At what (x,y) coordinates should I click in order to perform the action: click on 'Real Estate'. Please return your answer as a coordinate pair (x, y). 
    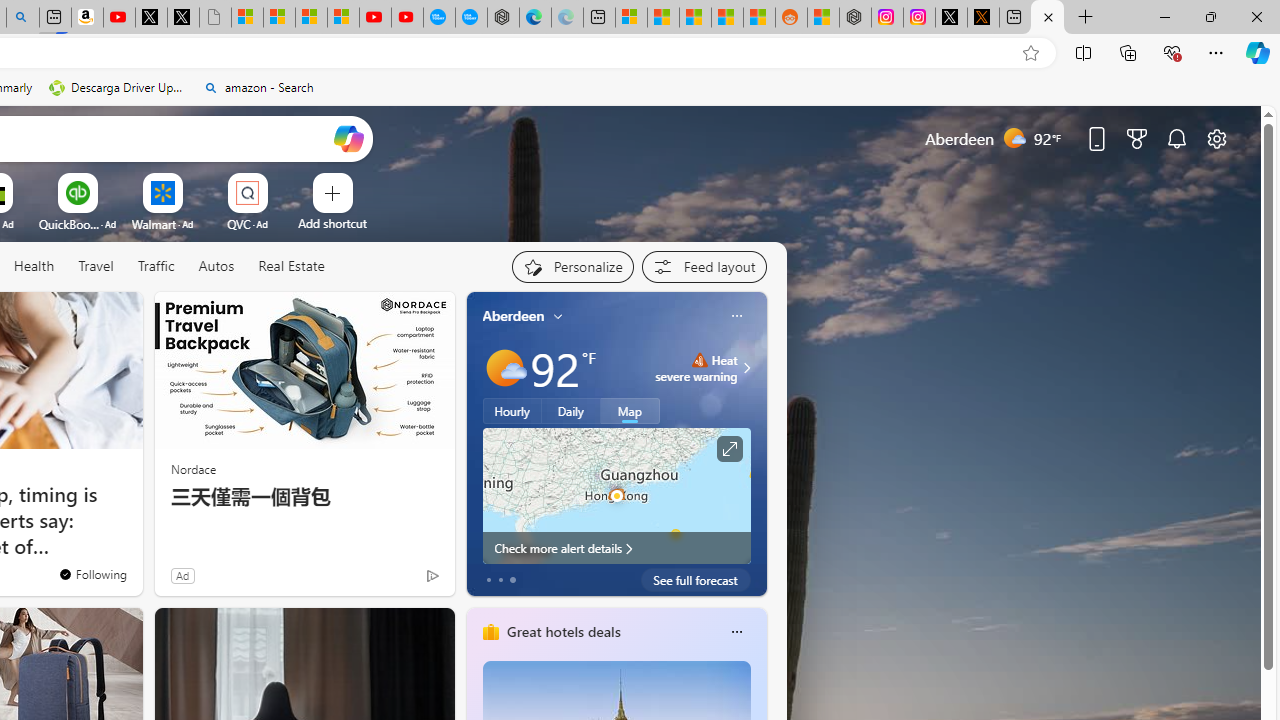
    Looking at the image, I should click on (290, 265).